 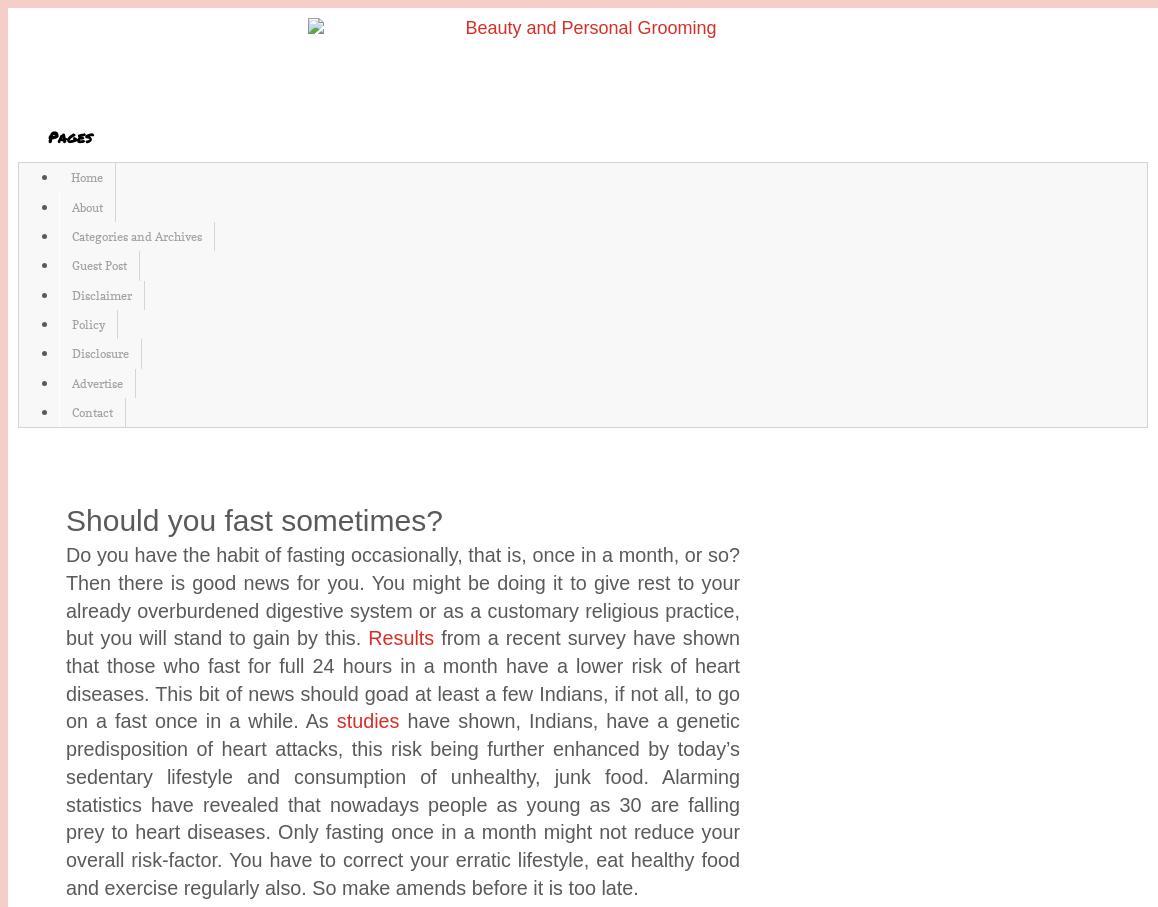 I want to click on 'studies', so click(x=366, y=720).